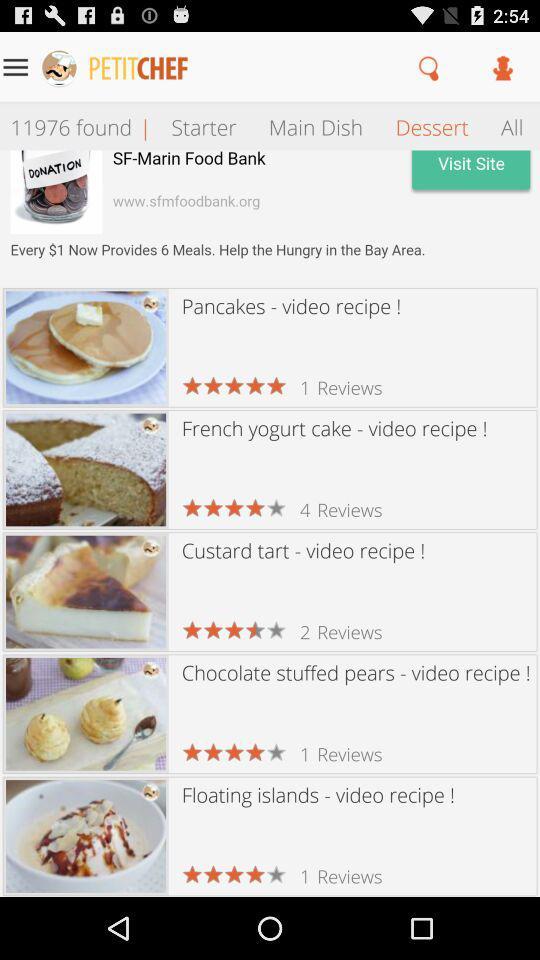 The height and width of the screenshot is (960, 540). What do you see at coordinates (270, 218) in the screenshot?
I see `open webpage of displayed advertisement` at bounding box center [270, 218].